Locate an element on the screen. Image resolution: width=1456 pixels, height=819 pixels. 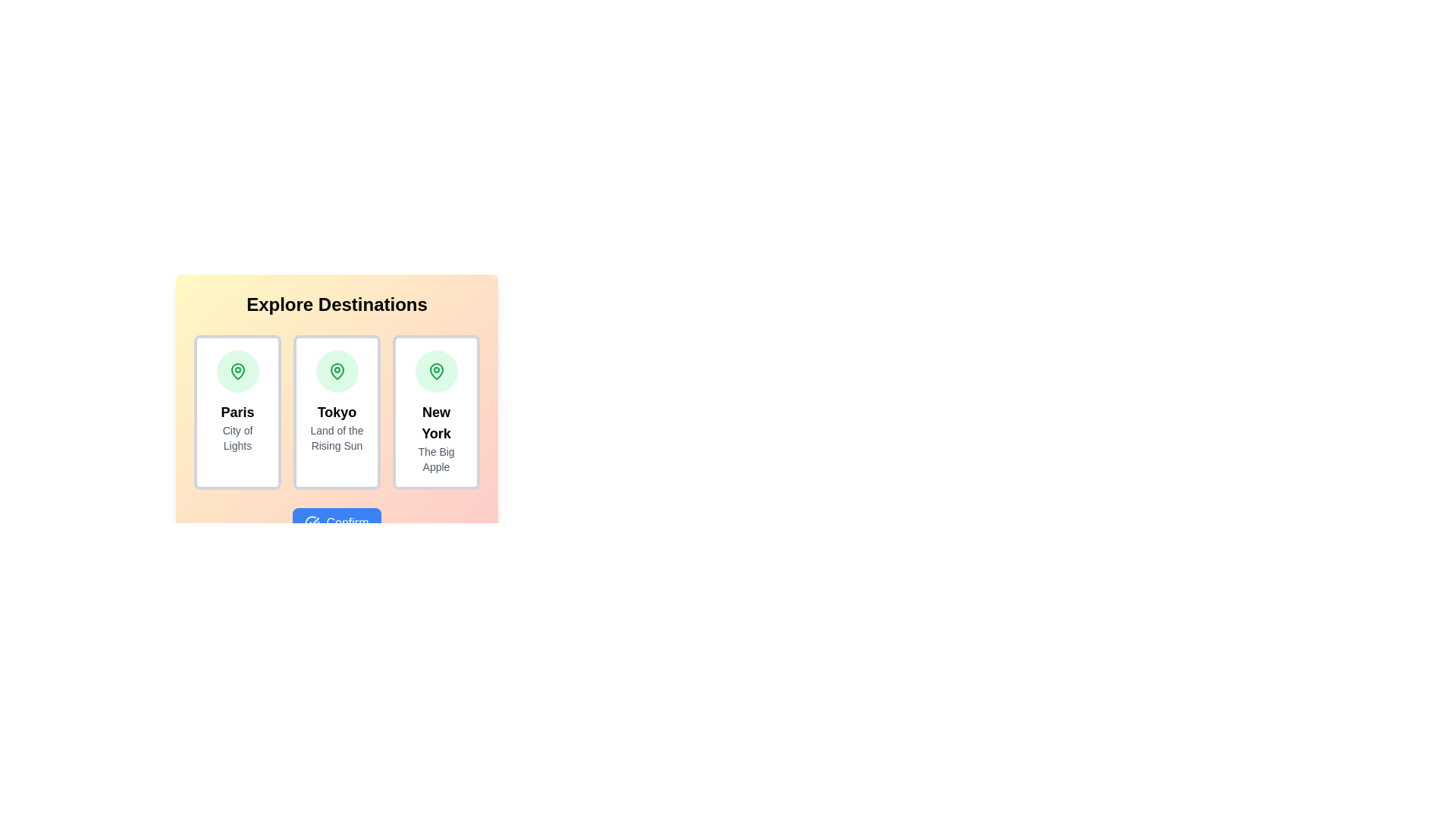
the 'Confirm' button to confirm the selected destination is located at coordinates (336, 522).